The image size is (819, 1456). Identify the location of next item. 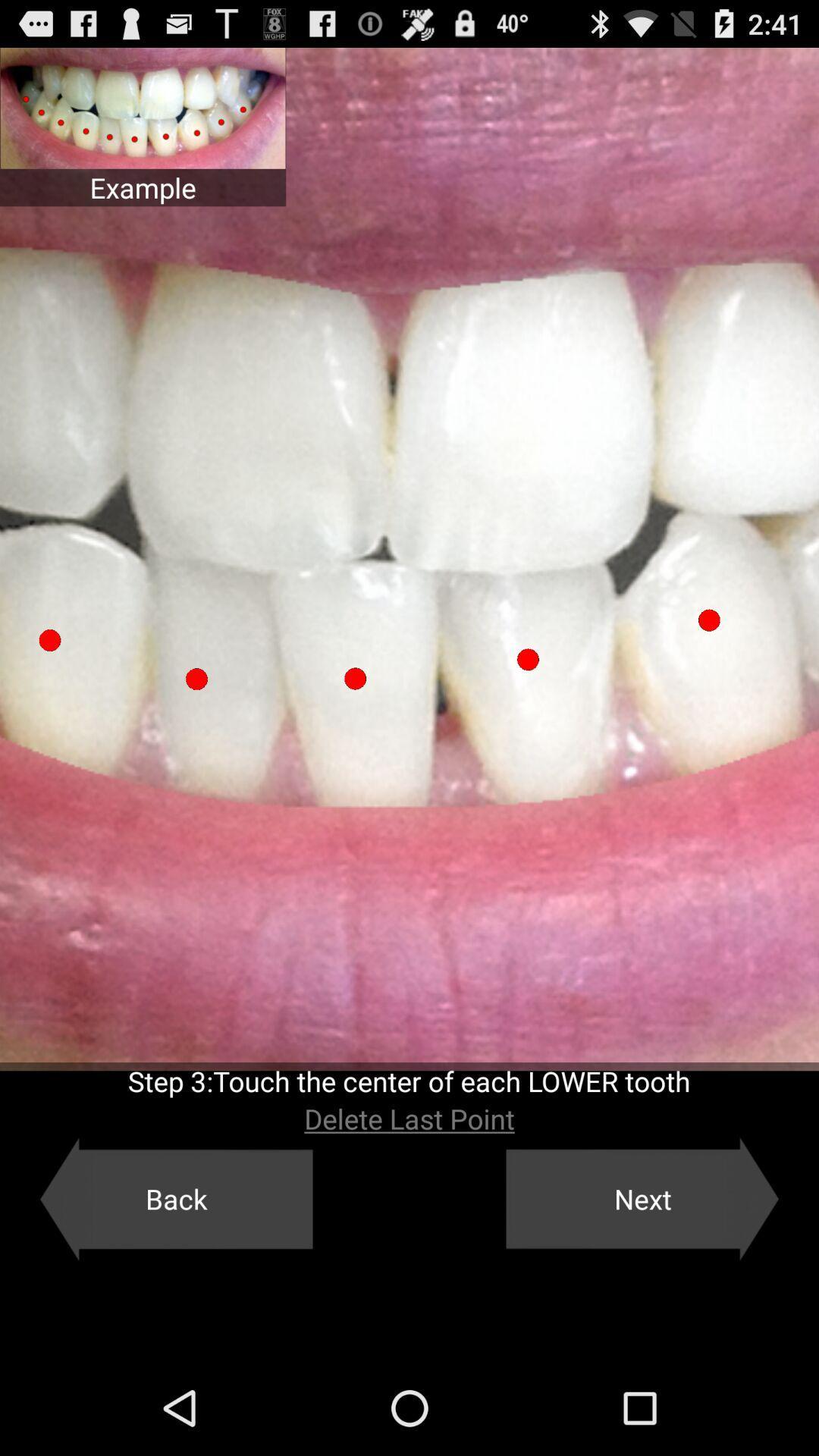
(642, 1198).